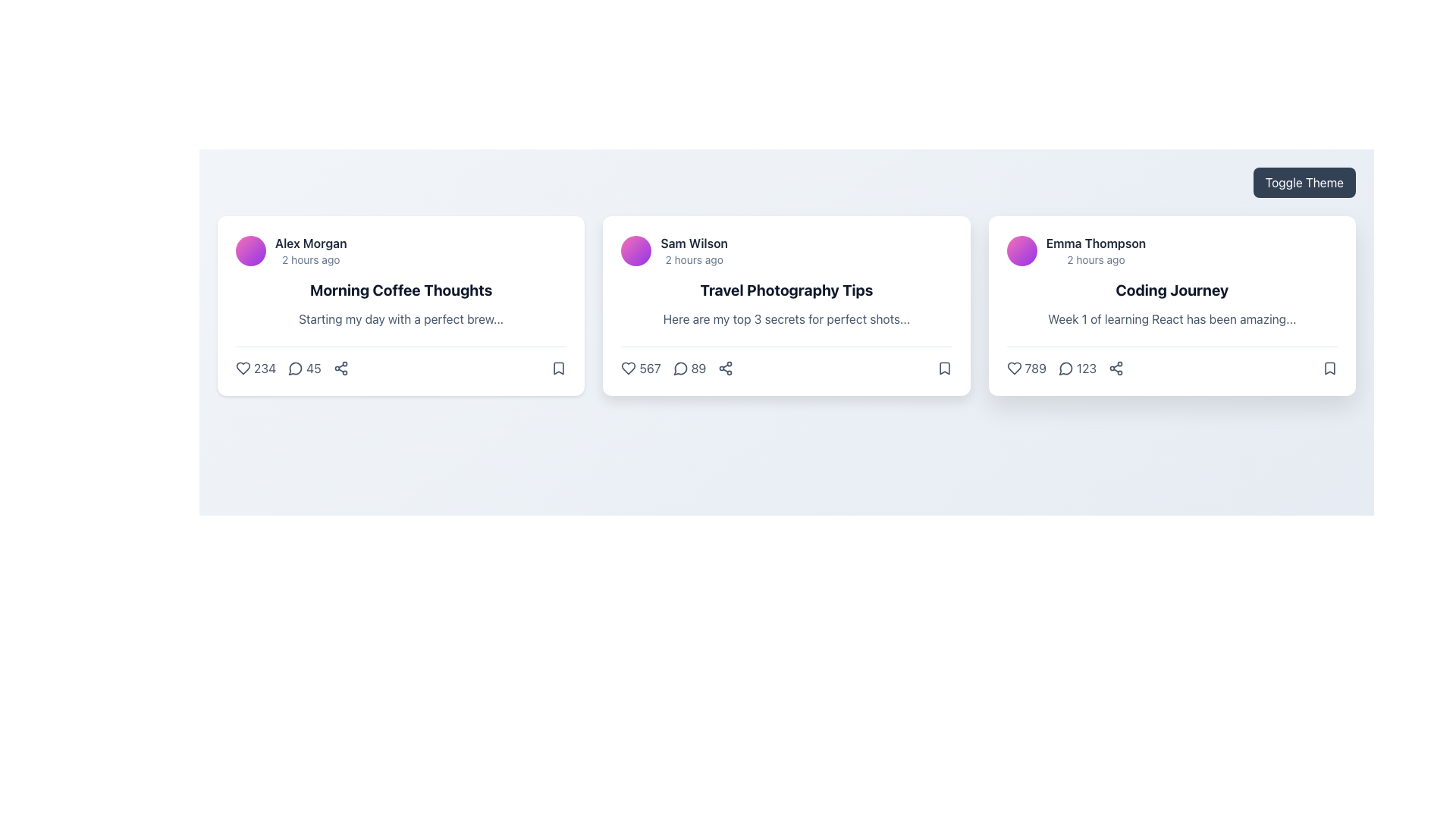 This screenshot has width=1456, height=819. Describe the element at coordinates (943, 369) in the screenshot. I see `the Bookmark Icon located at the bottom-right corner of the post card by 'Sam Wilson'` at that location.